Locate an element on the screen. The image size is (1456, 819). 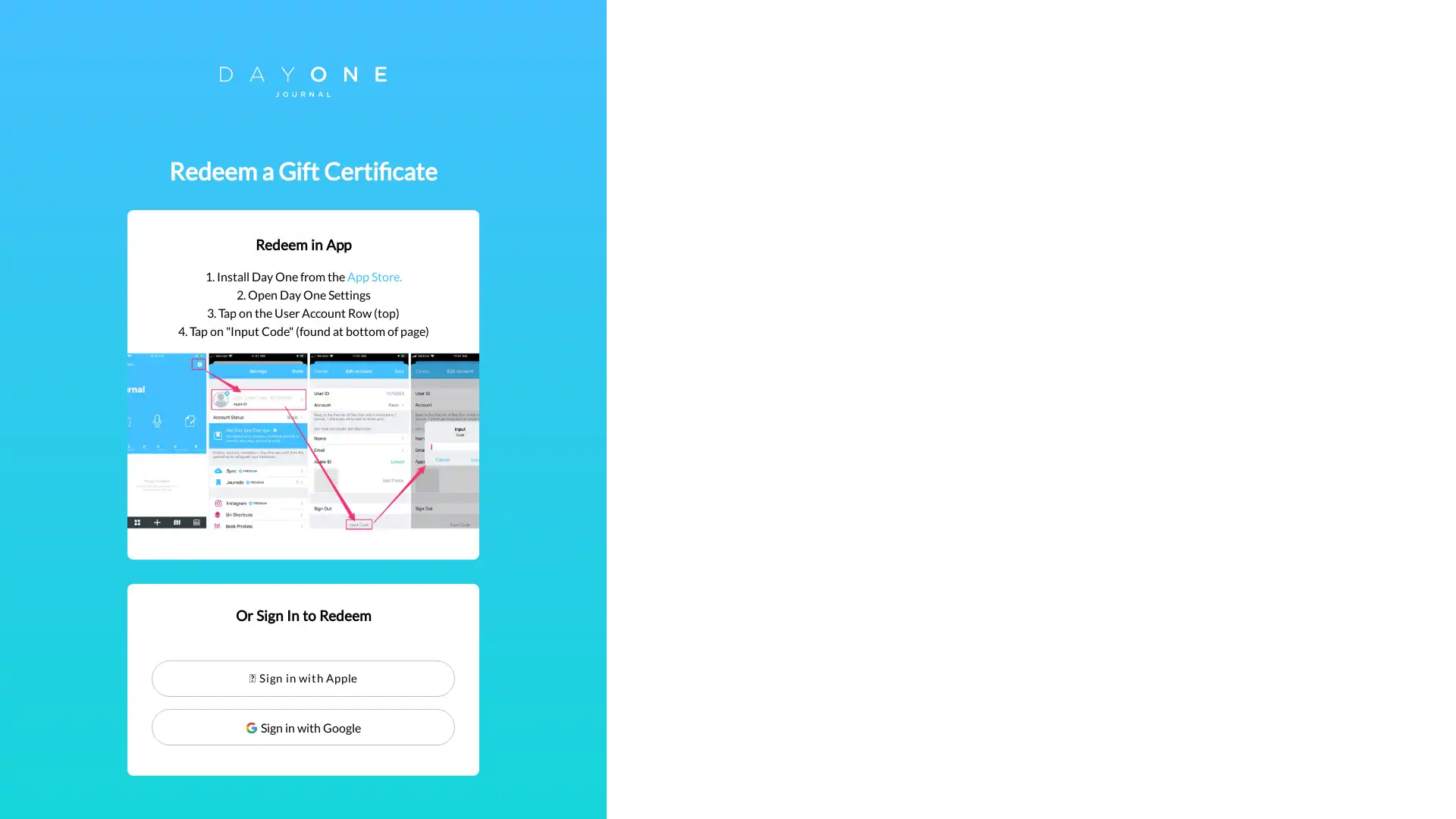
Sign in with Google is located at coordinates (728, 726).